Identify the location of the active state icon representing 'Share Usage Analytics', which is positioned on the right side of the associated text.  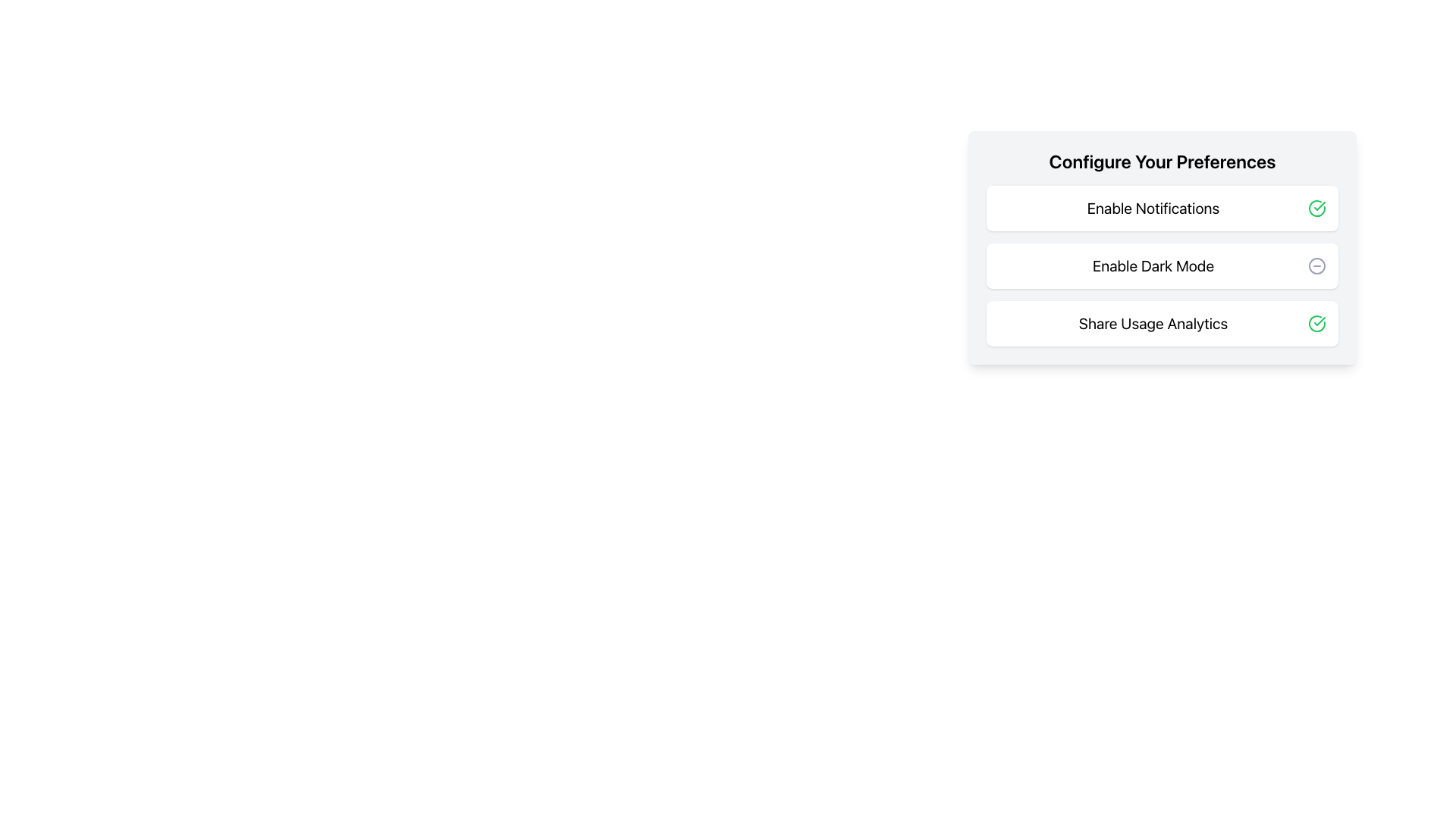
(1316, 323).